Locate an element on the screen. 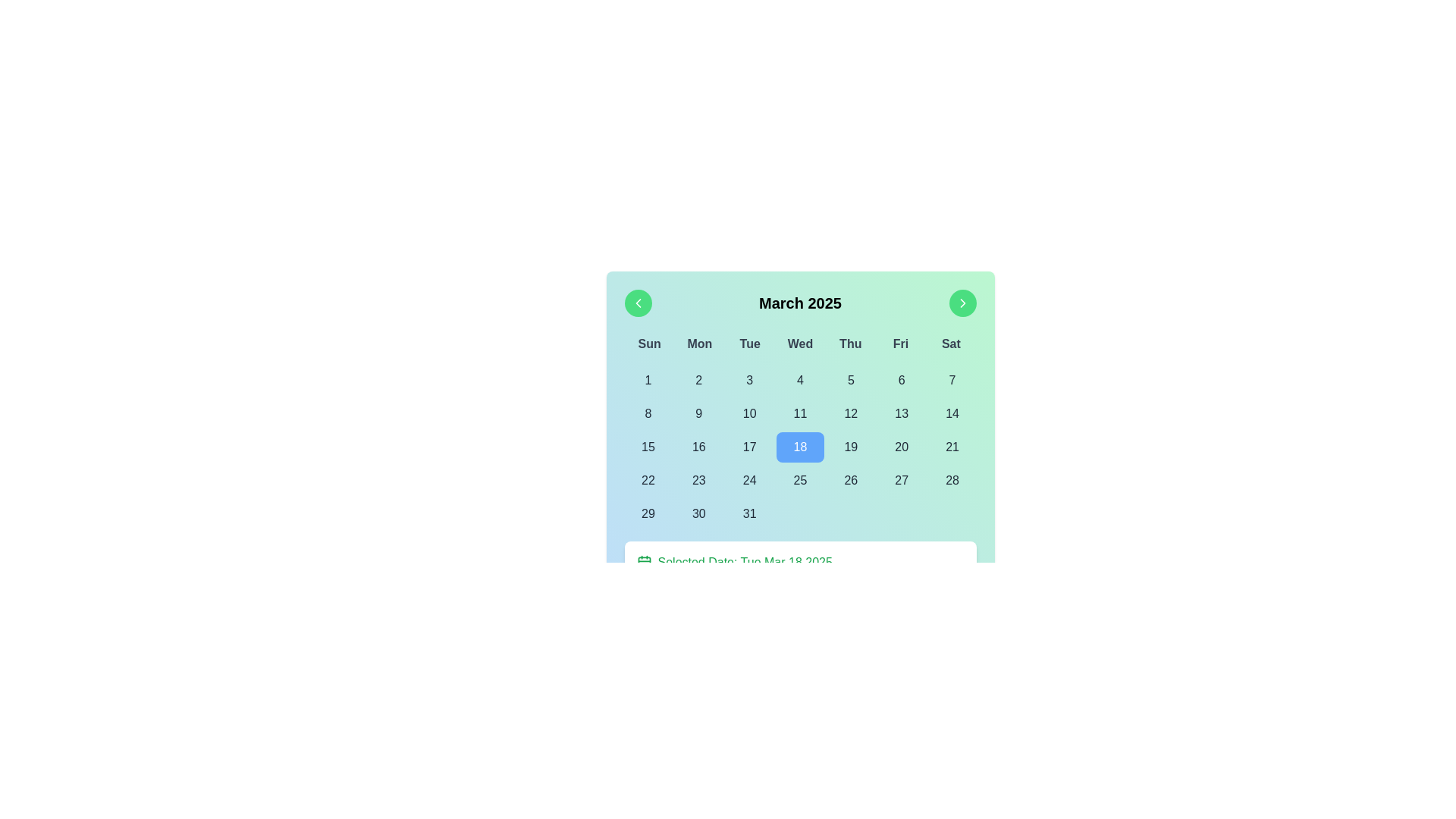 The width and height of the screenshot is (1456, 819). the interactive day selection button in the calendar UI that selects the date '19' in March 2025 is located at coordinates (851, 447).